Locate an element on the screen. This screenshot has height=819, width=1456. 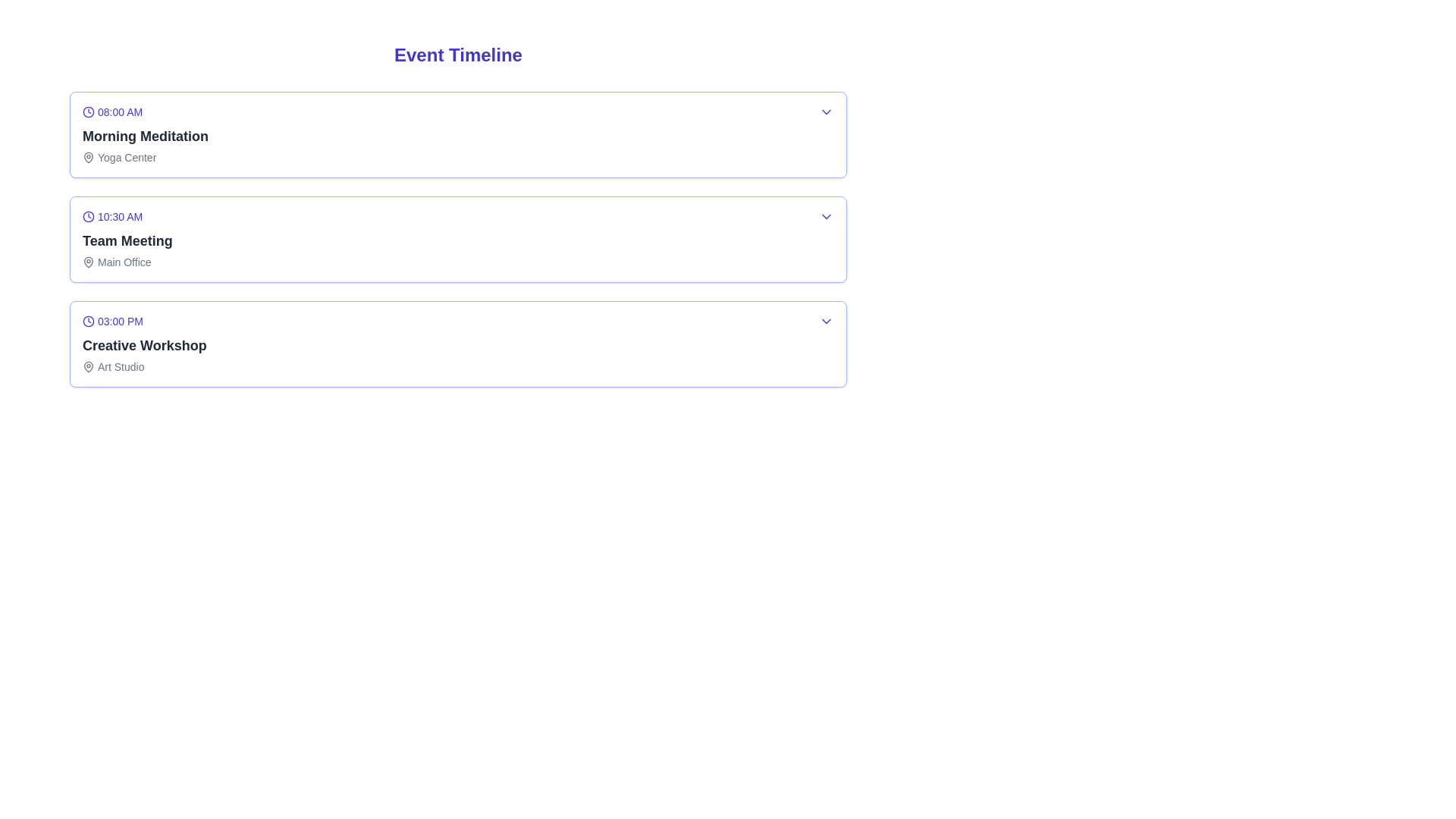
the icon representing the time '08:00 AM' for the associated event, located to the left of the time text in the first event row under the 'Event Timeline' header is located at coordinates (87, 111).